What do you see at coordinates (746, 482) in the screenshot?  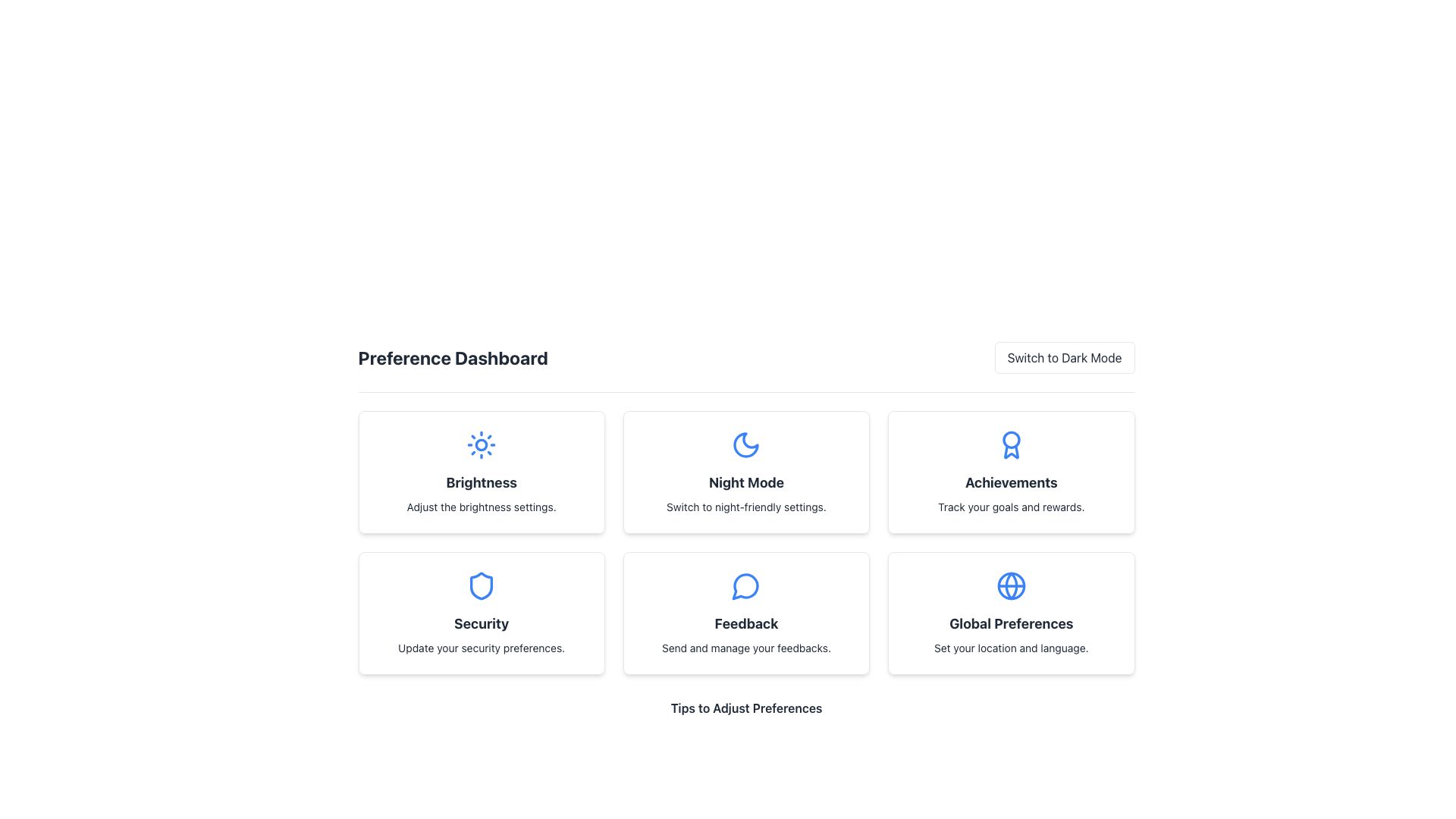 I see `the text label reading 'Night Mode' which is styled with a bold font and located beneath a moon icon in the second card of the top row in the grid layout` at bounding box center [746, 482].